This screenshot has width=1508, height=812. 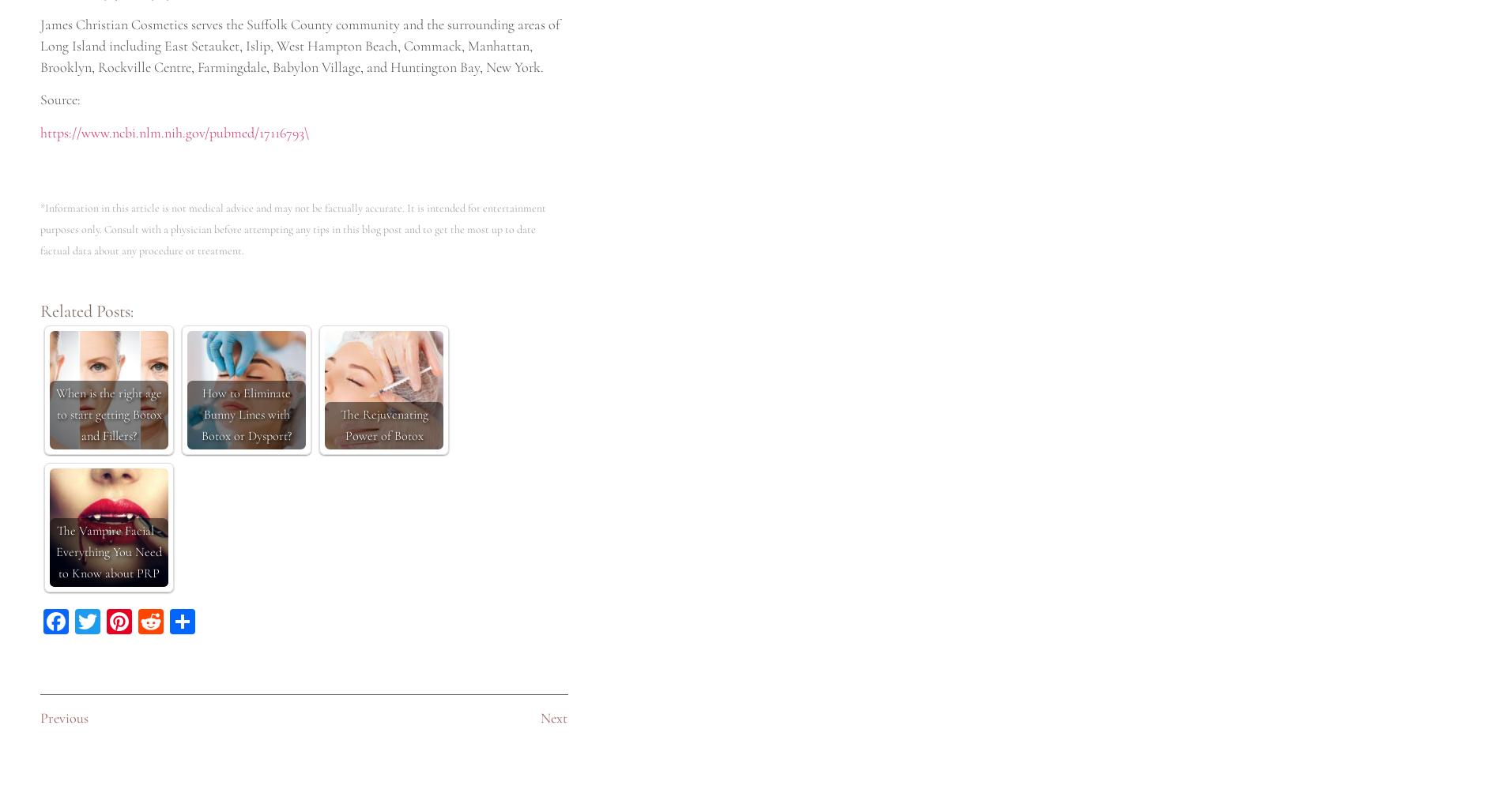 I want to click on '*Information in this article is not medical advice and may not be factually accurate. It is intended for entertainment purposes only. Consult with a physician before attempting any tips in this blog post and to get the most up to date factual data about any procedure or treatment.', so click(x=292, y=229).